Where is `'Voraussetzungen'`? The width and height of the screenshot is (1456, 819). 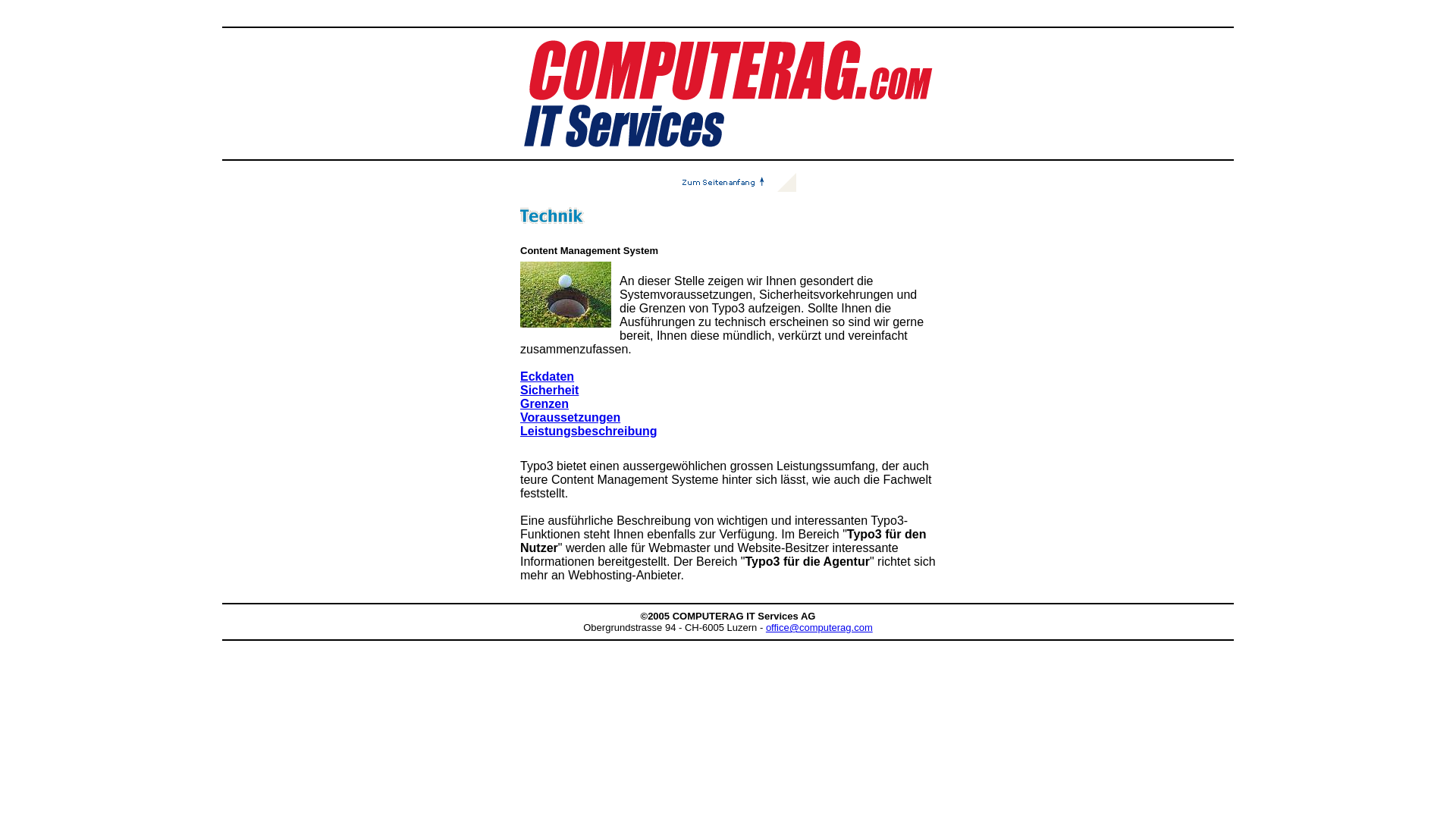
'Voraussetzungen' is located at coordinates (570, 417).